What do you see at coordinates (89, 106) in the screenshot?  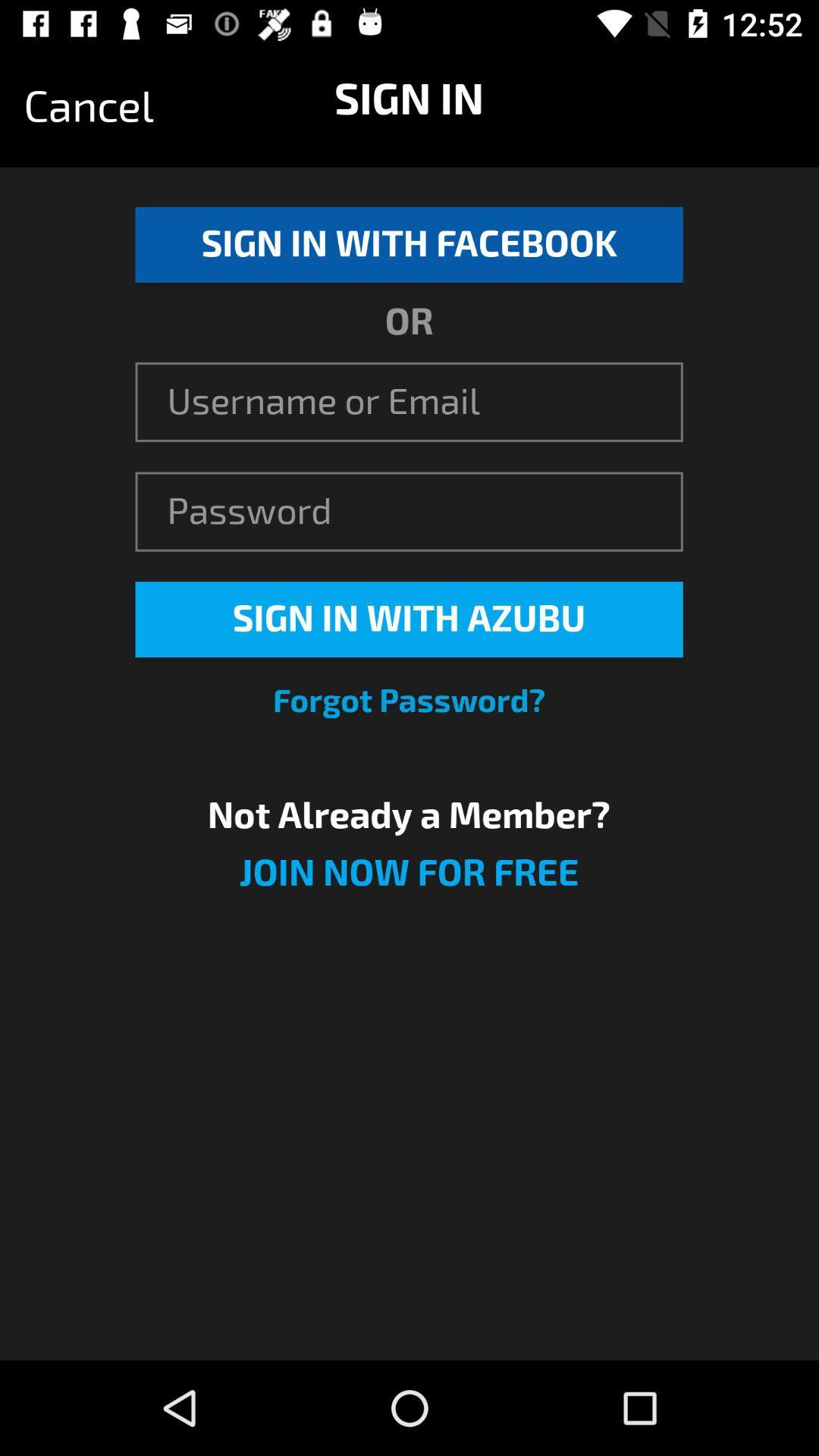 I see `the cancel` at bounding box center [89, 106].